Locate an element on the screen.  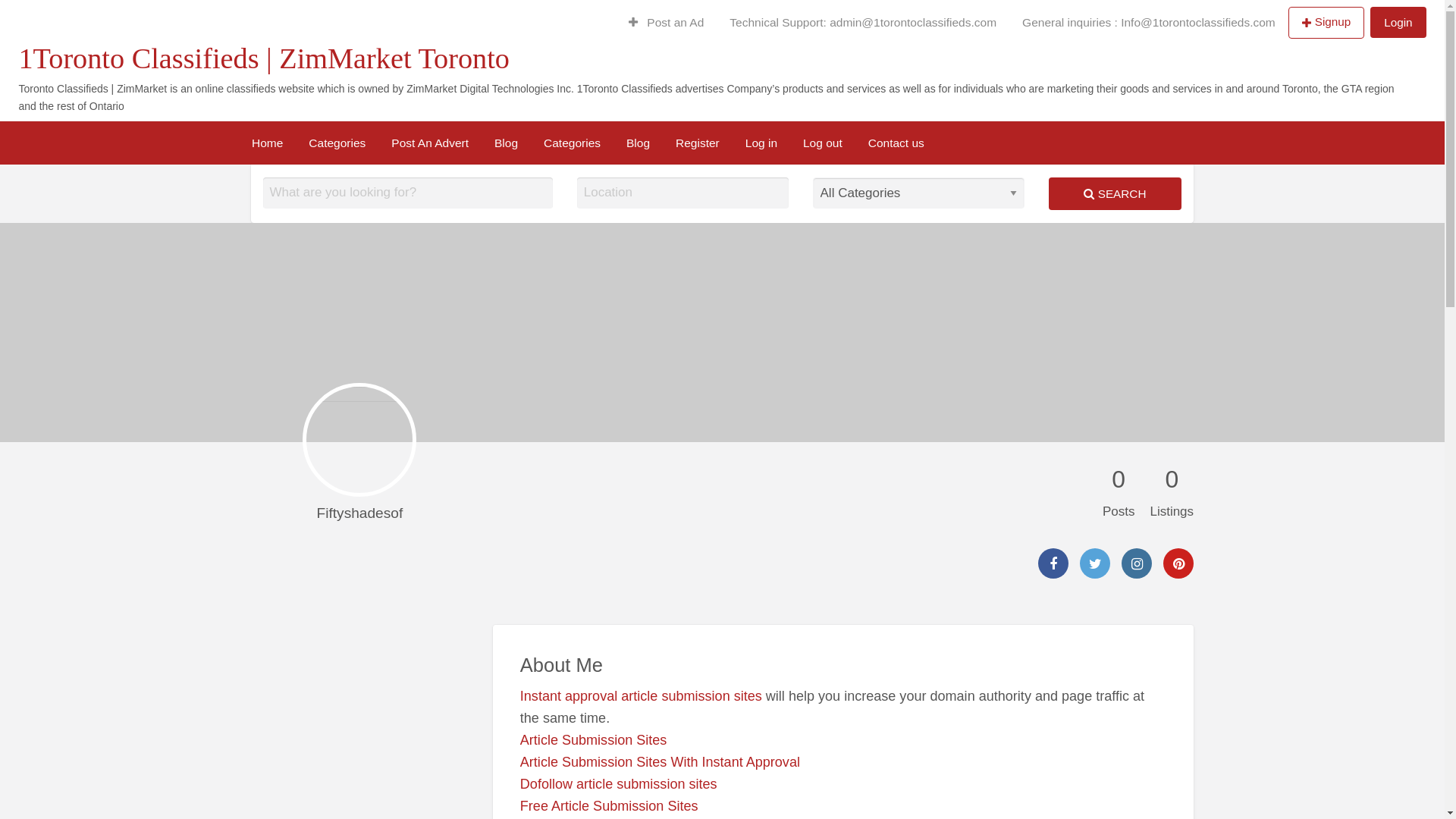
'Facebook' is located at coordinates (1052, 563).